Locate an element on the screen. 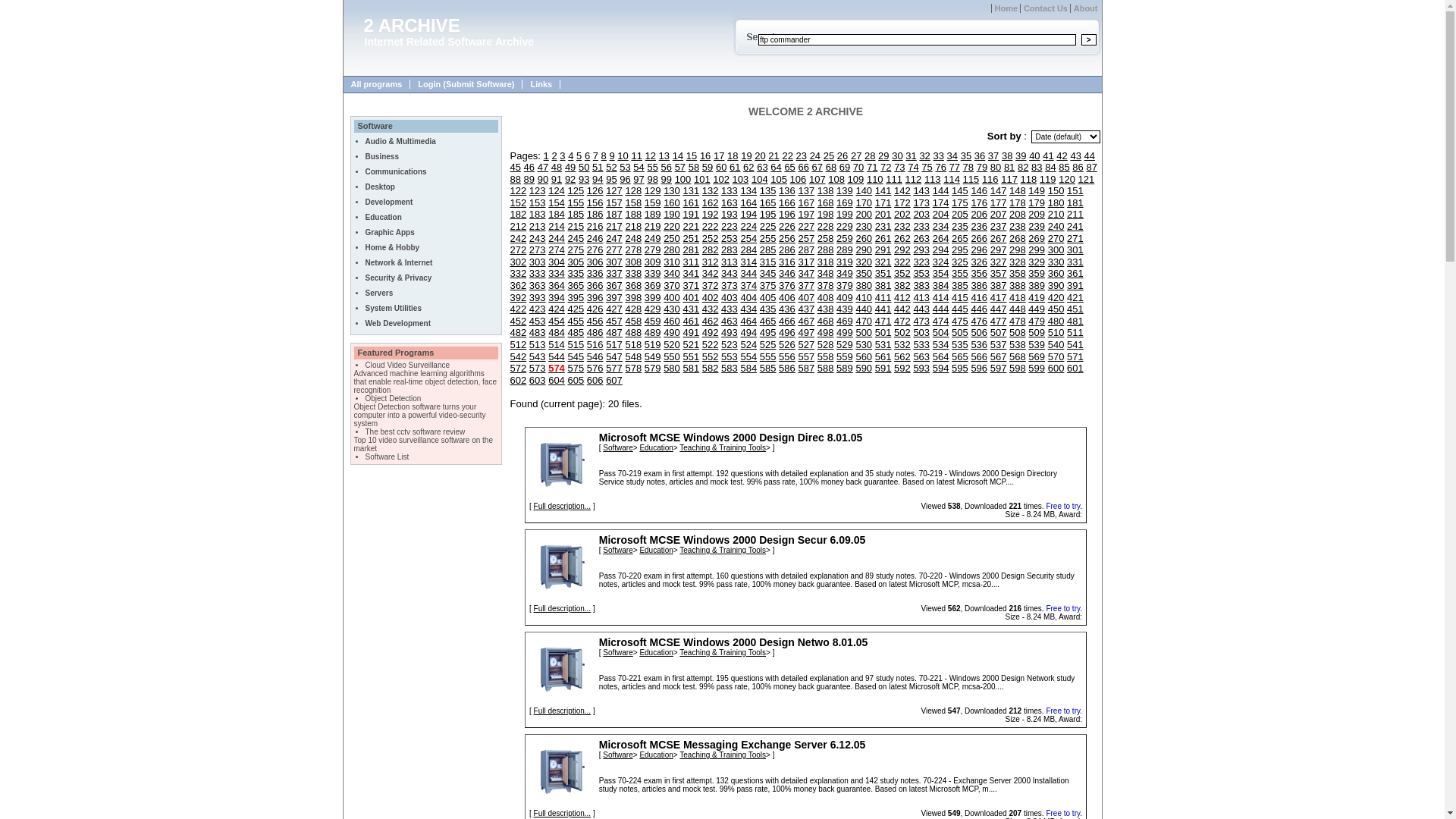  '604' is located at coordinates (556, 379).